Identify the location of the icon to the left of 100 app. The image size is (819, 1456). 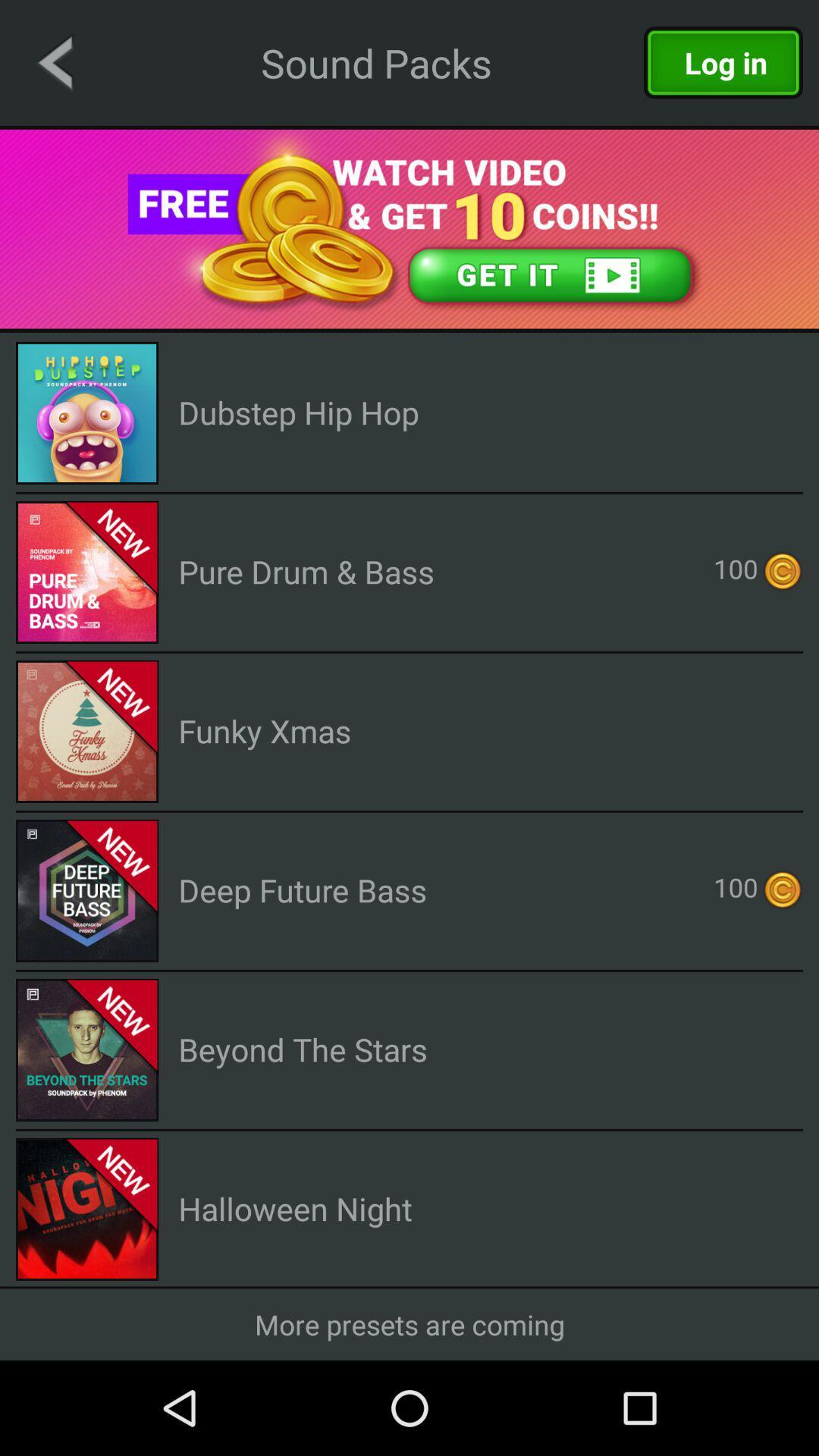
(306, 570).